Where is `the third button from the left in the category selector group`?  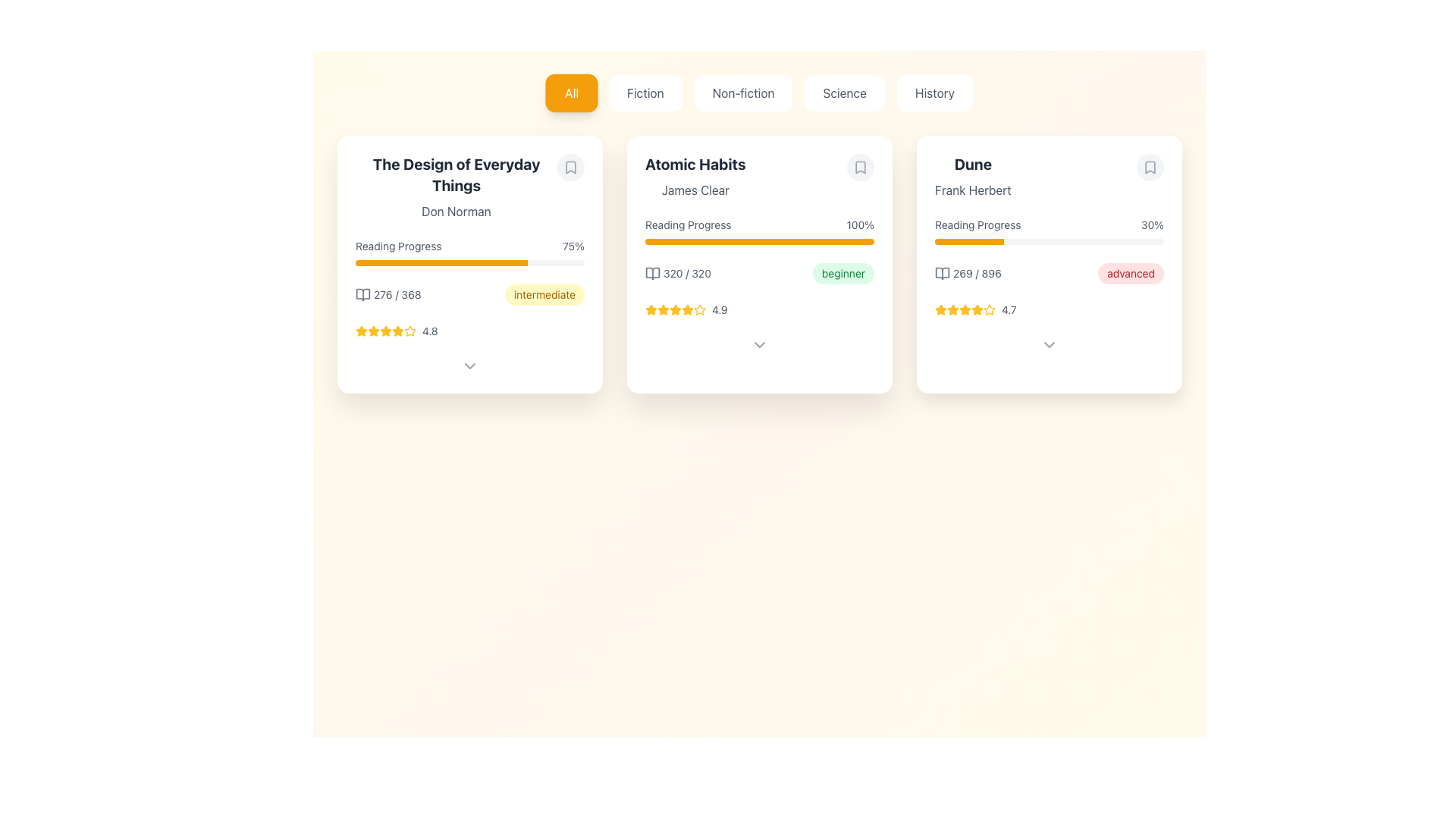 the third button from the left in the category selector group is located at coordinates (743, 93).